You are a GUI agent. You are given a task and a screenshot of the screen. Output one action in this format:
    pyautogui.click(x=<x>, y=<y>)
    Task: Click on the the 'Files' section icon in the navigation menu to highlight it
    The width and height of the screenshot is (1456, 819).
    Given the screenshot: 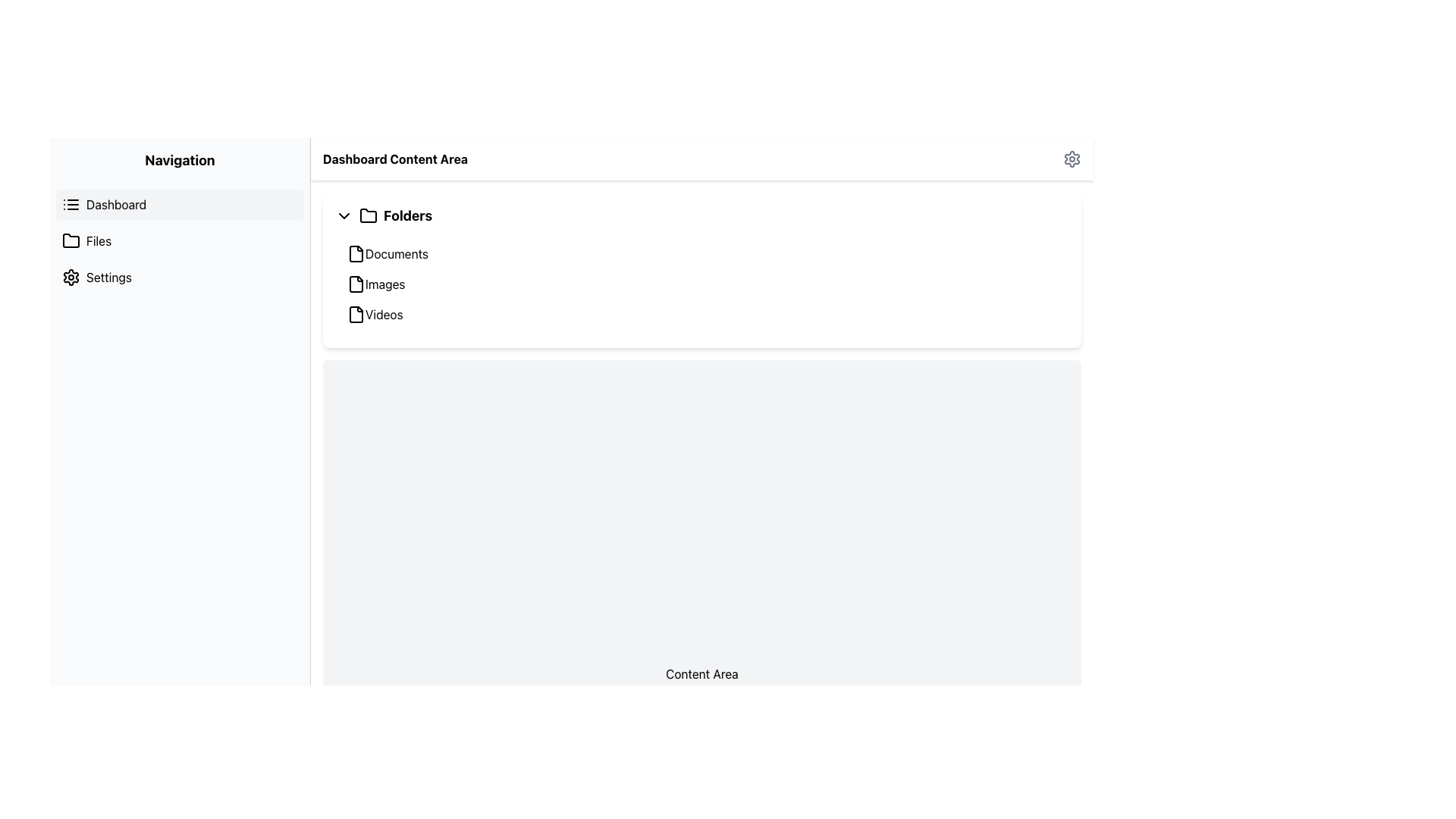 What is the action you would take?
    pyautogui.click(x=71, y=240)
    